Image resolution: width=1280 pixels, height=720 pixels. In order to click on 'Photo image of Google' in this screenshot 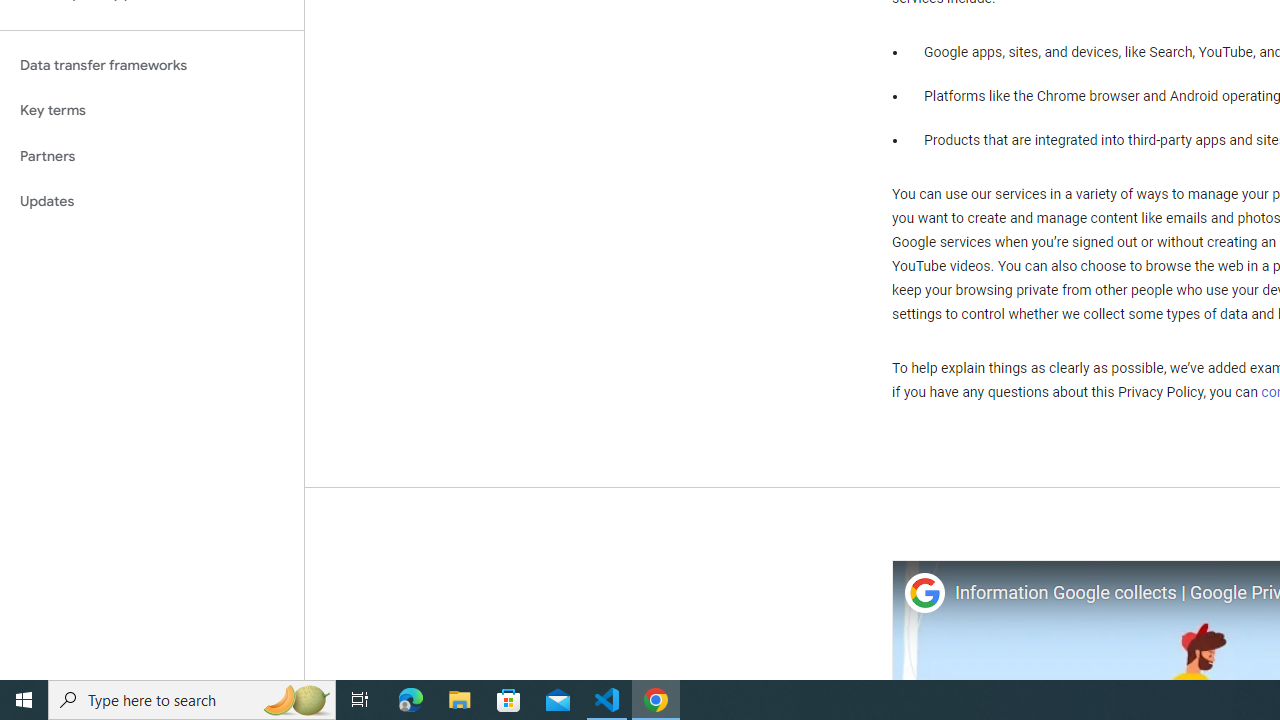, I will do `click(923, 592)`.